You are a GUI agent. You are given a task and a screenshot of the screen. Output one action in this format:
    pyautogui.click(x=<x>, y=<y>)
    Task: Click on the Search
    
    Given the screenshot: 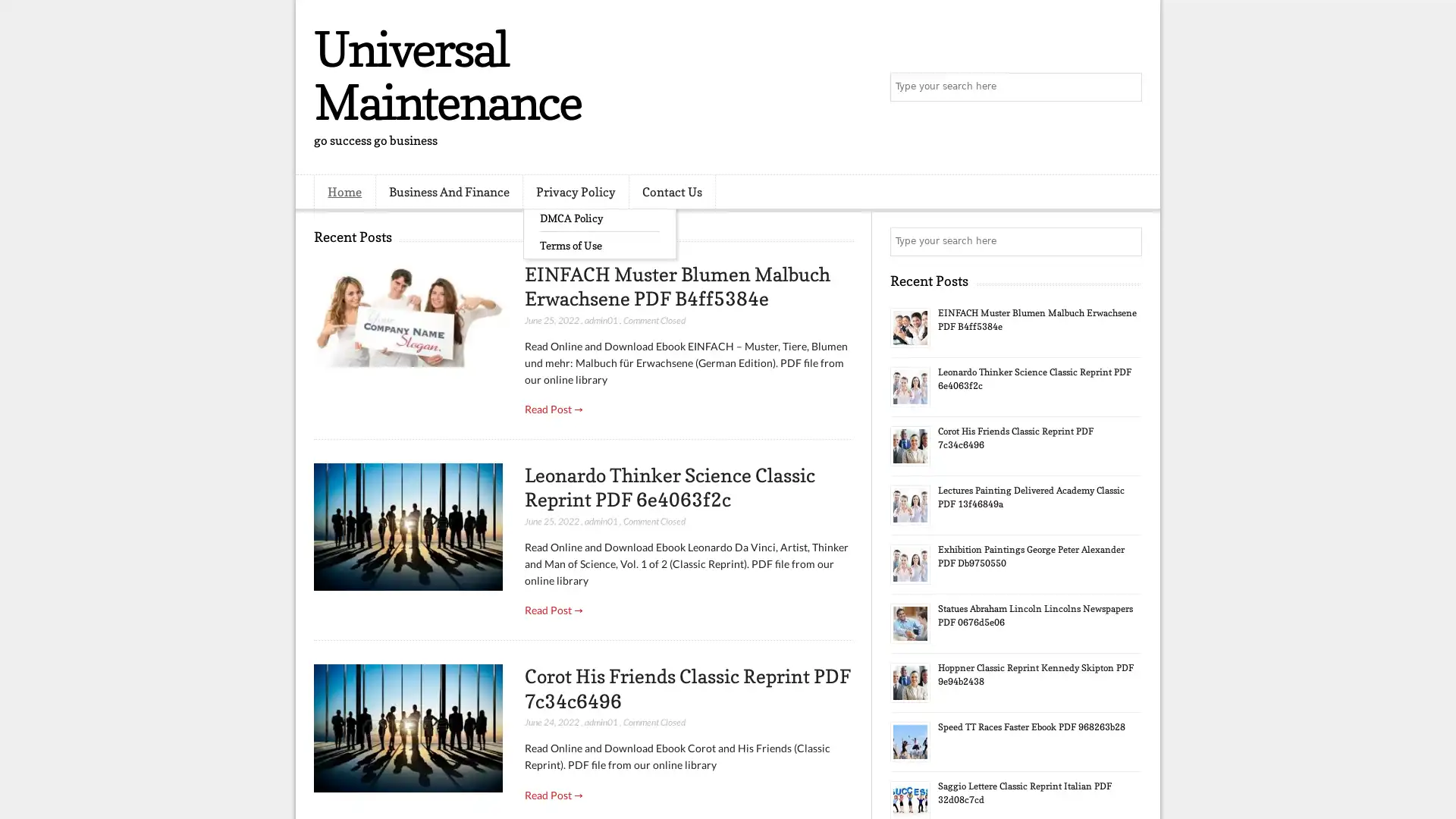 What is the action you would take?
    pyautogui.click(x=1126, y=87)
    